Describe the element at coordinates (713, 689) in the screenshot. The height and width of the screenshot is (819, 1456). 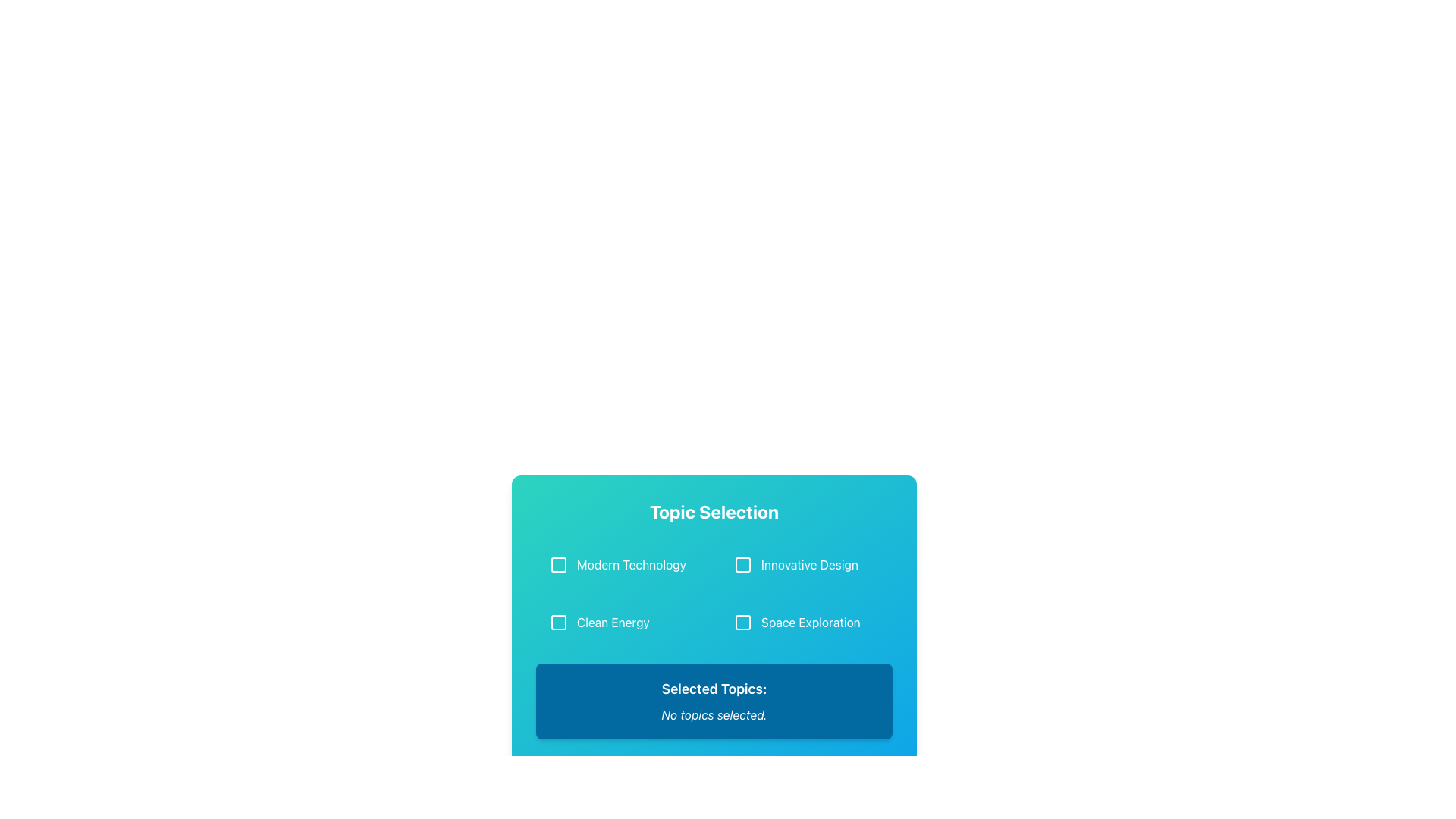
I see `the text label displaying 'Selected Topics:' which is prominently styled in bold on a dark blue background` at that location.